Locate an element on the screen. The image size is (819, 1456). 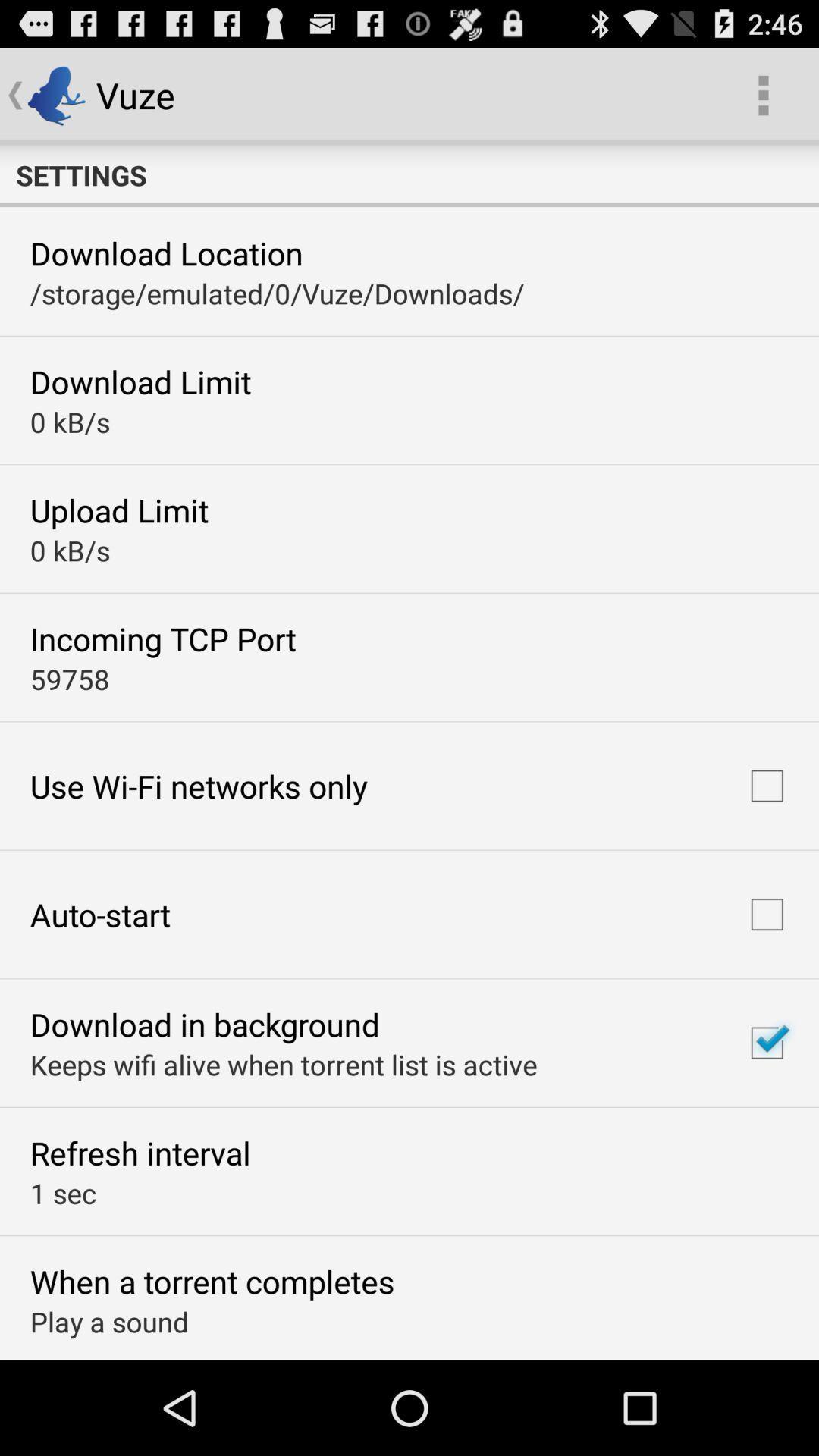
the icon below the use wi fi item is located at coordinates (100, 913).